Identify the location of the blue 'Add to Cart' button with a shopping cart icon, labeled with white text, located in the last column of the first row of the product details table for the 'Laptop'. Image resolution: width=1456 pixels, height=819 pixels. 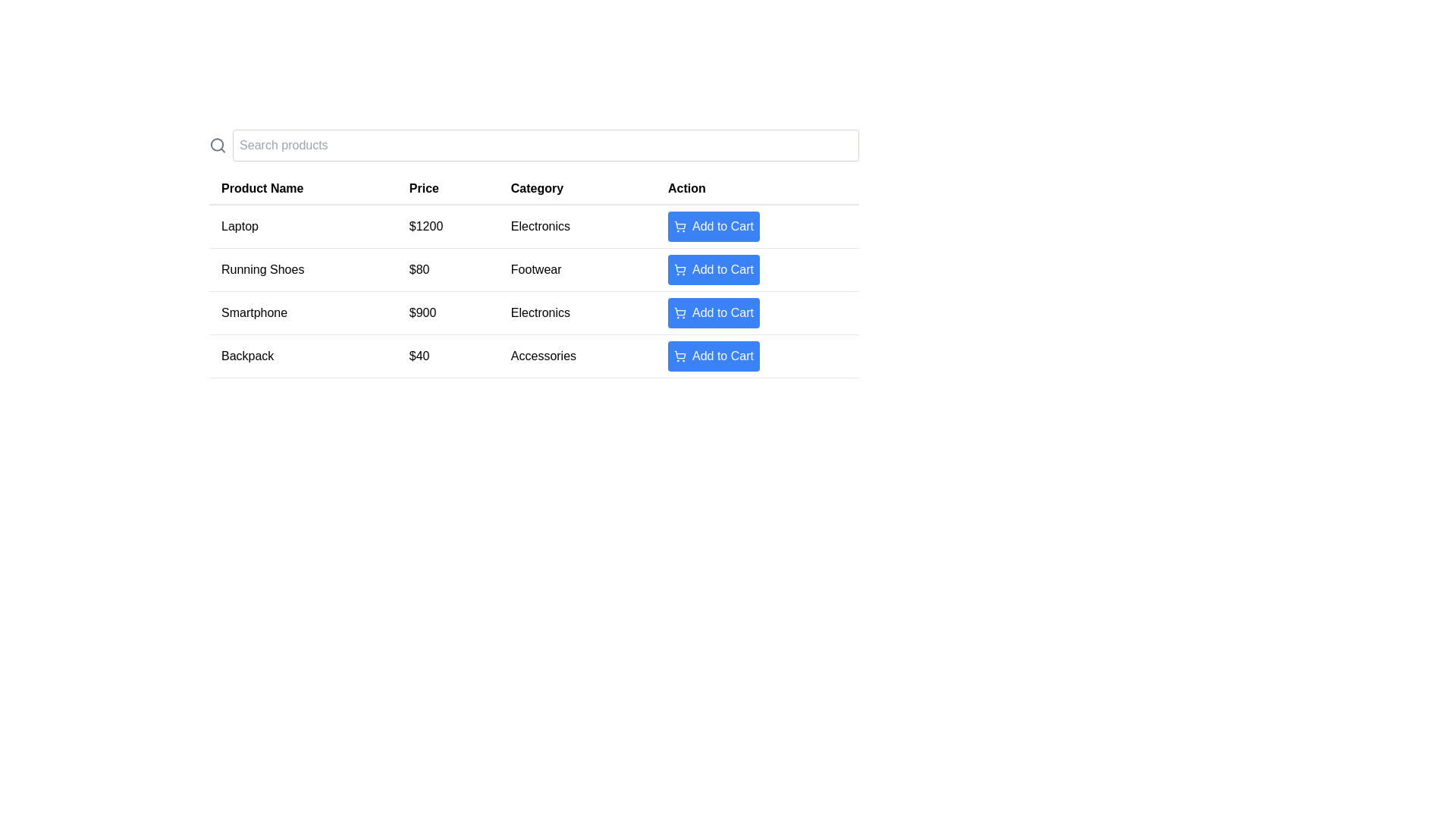
(757, 226).